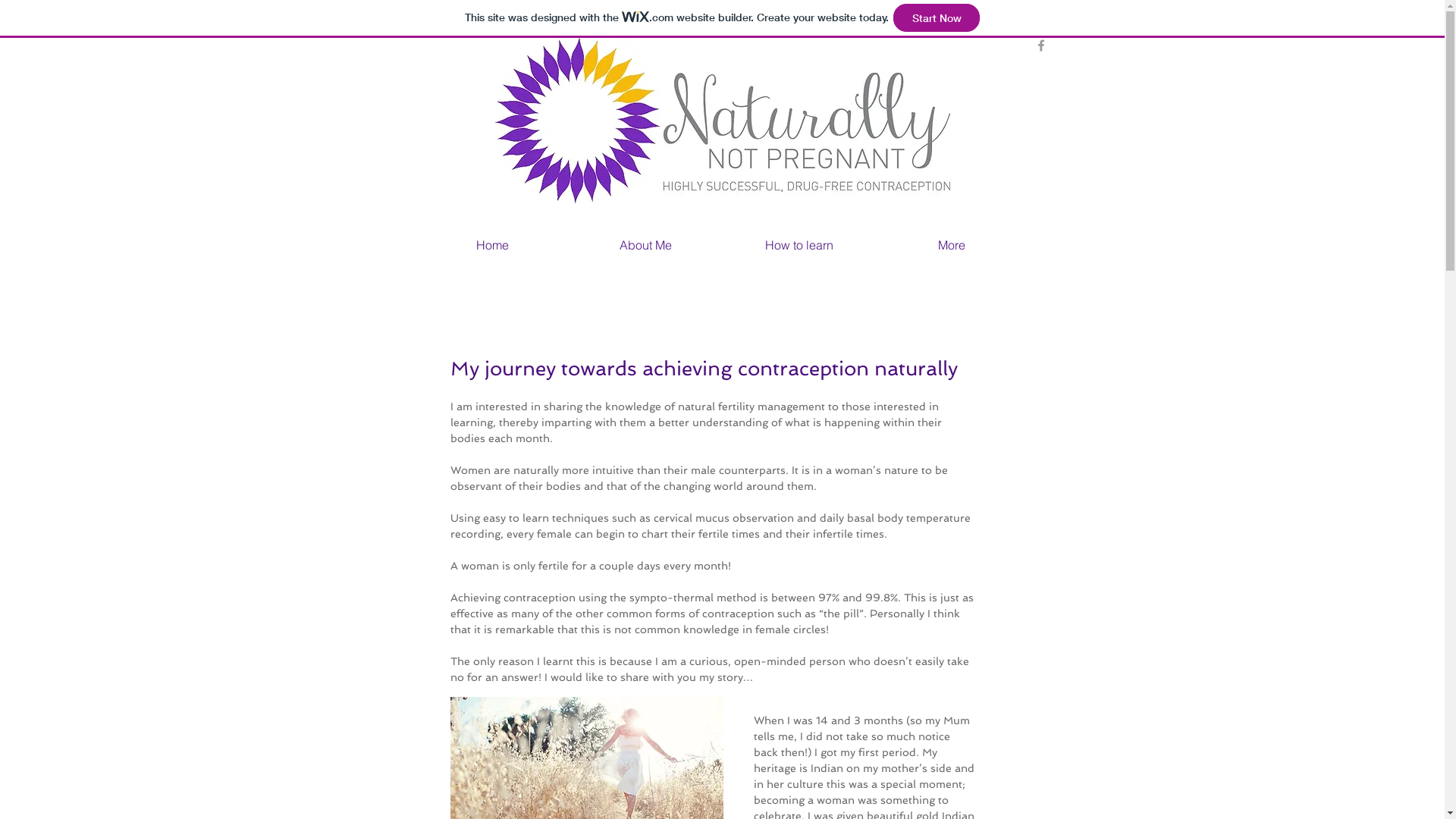 This screenshot has width=1456, height=819. I want to click on 'How to learn', so click(720, 243).